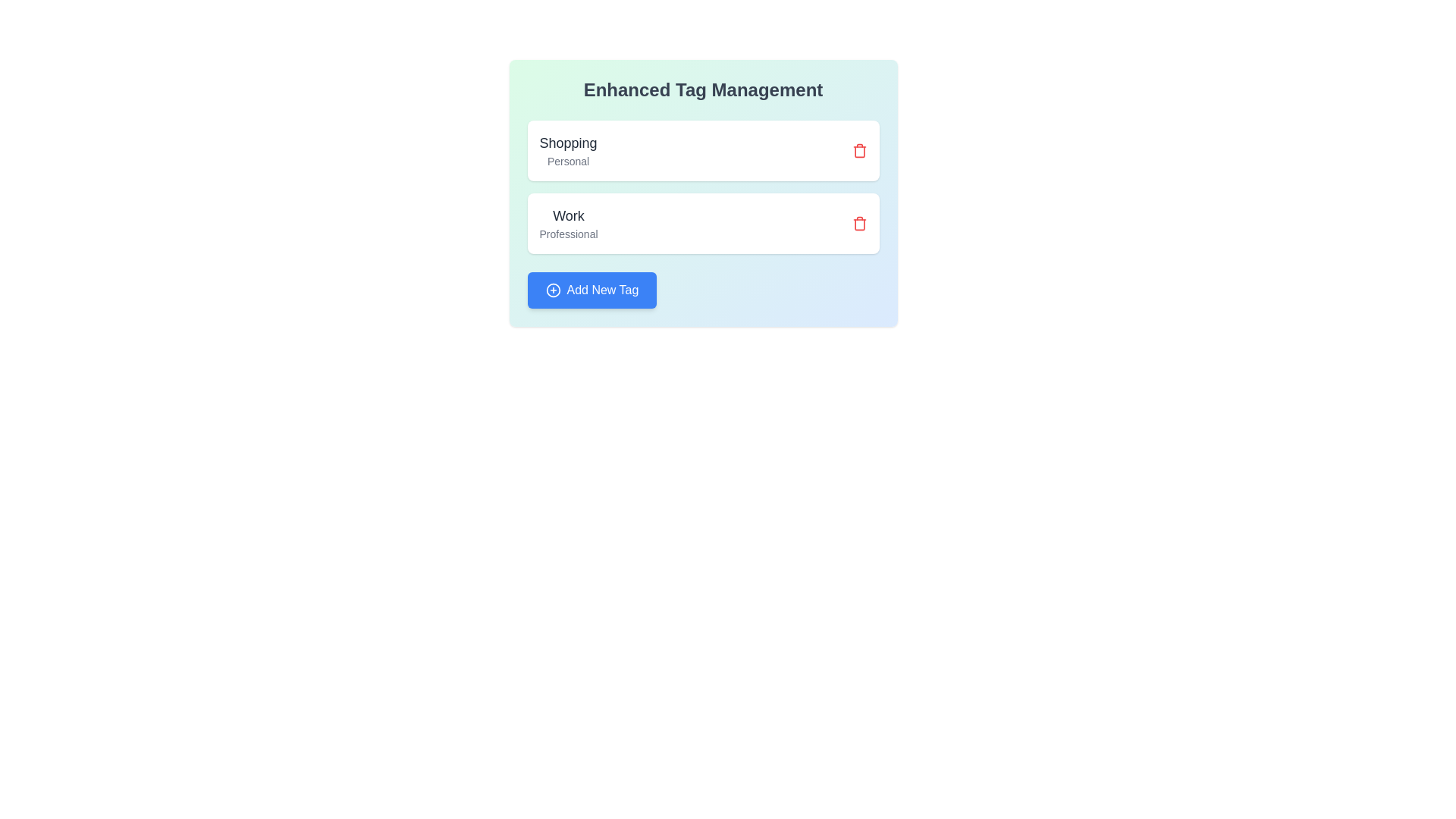  Describe the element at coordinates (567, 216) in the screenshot. I see `the static text label displaying the word 'Work', which is in bold, medium-sized font located in the second row of a vertical list, above the 'Professional' text` at that location.